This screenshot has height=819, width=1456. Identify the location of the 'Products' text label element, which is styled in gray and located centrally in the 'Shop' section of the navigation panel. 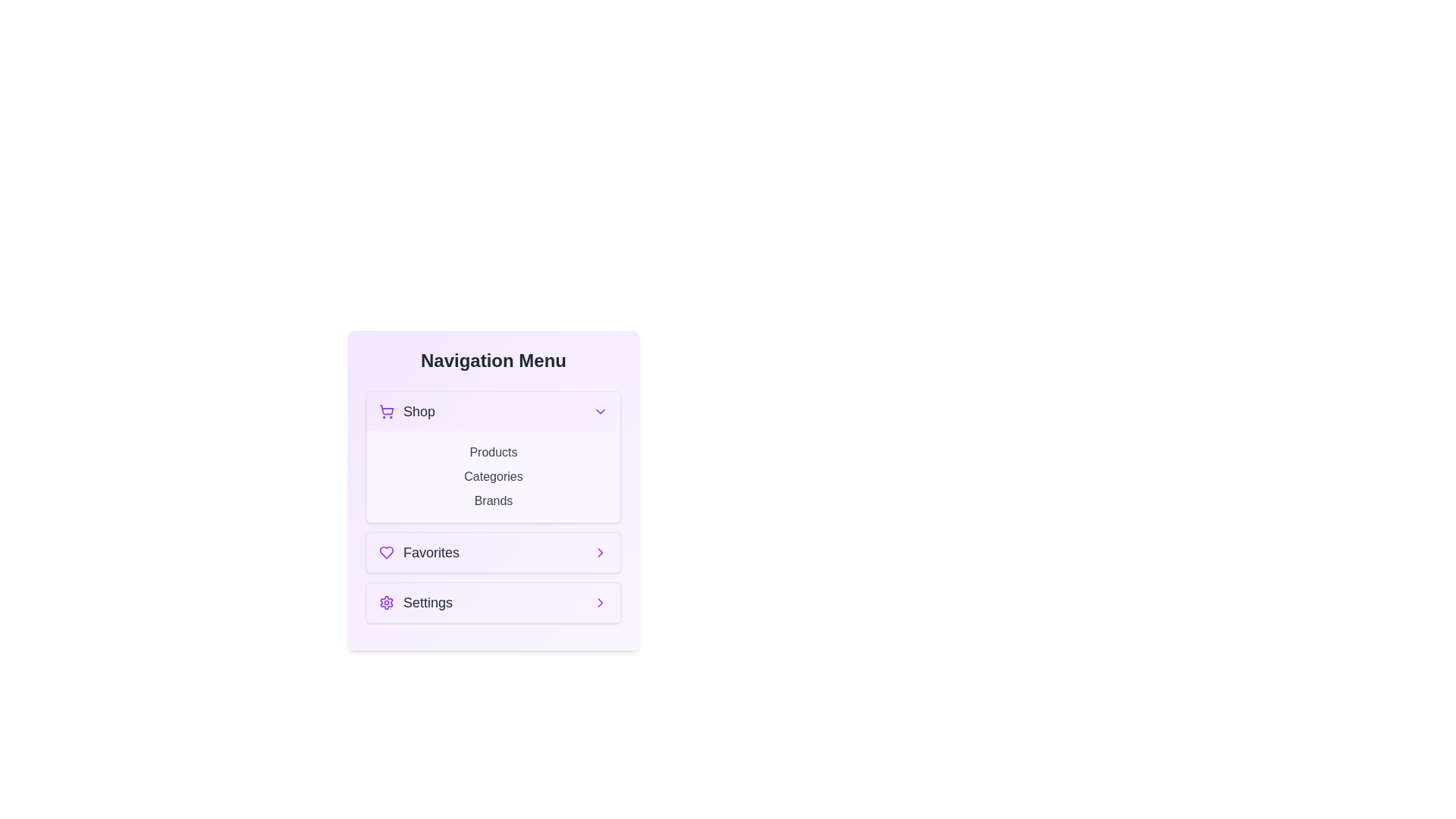
(494, 452).